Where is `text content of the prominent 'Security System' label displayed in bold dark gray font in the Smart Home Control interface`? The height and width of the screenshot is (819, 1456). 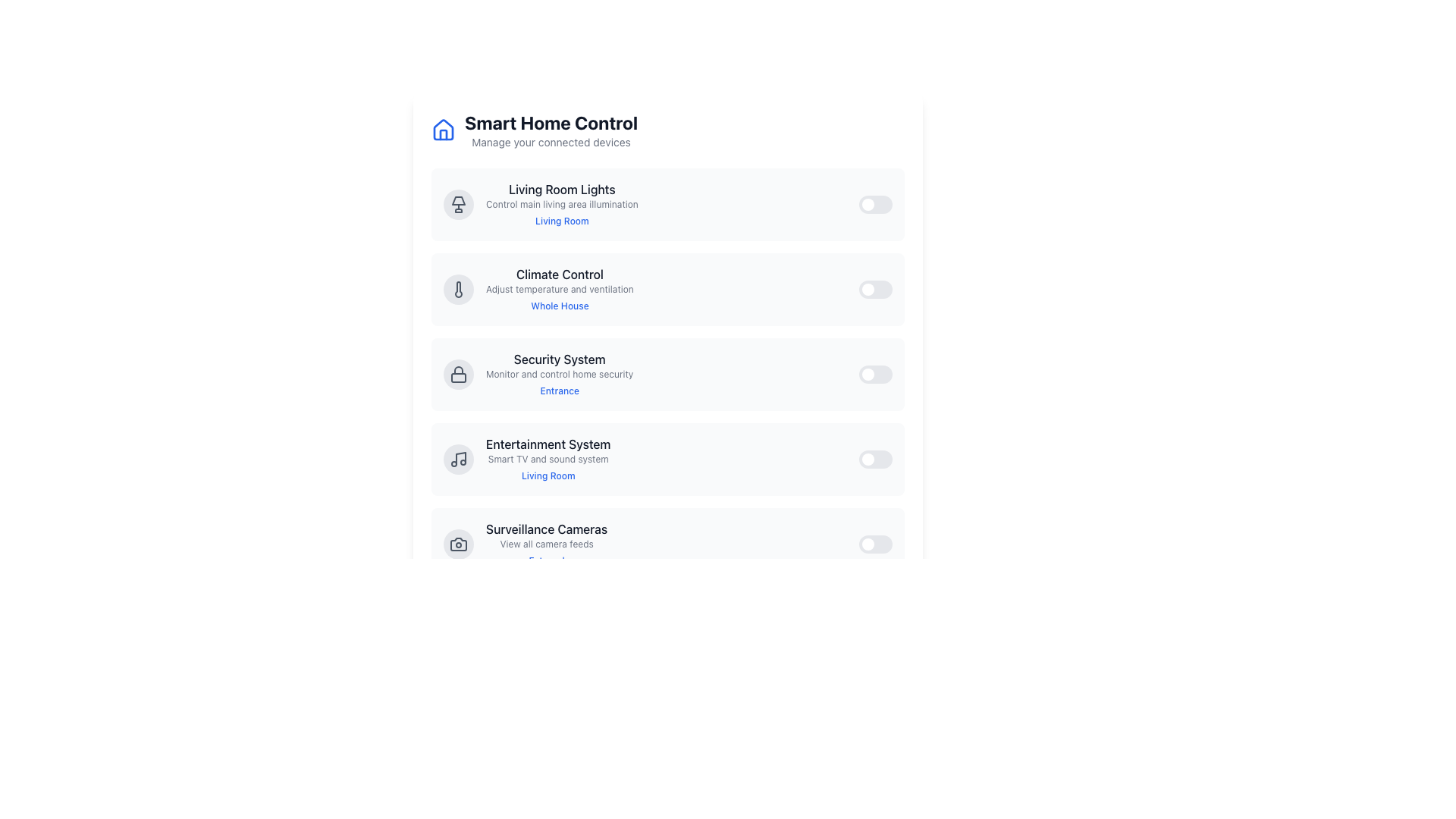
text content of the prominent 'Security System' label displayed in bold dark gray font in the Smart Home Control interface is located at coordinates (559, 359).